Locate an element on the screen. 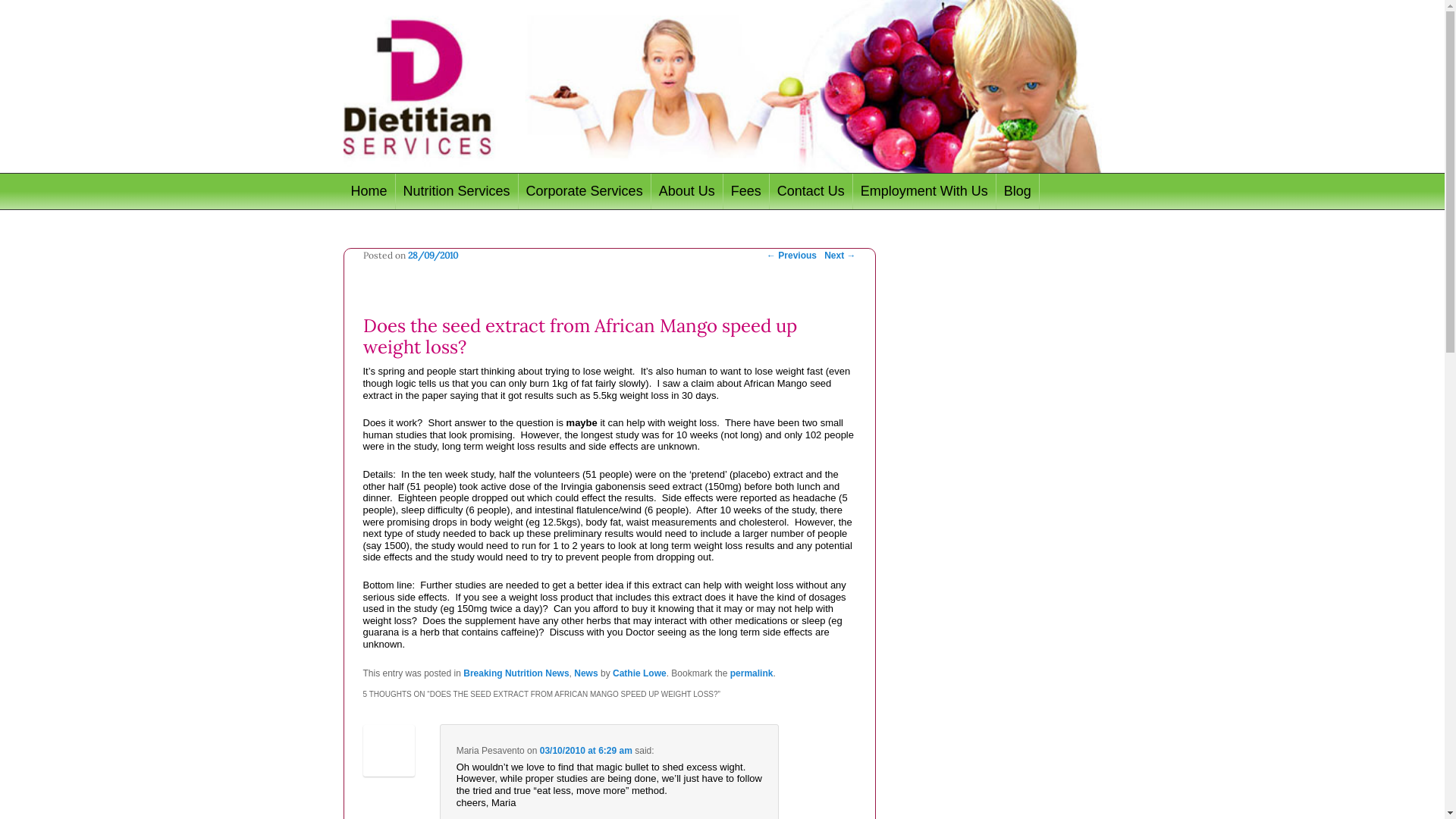 Image resolution: width=1456 pixels, height=819 pixels. 'Employment With Us' is located at coordinates (852, 190).